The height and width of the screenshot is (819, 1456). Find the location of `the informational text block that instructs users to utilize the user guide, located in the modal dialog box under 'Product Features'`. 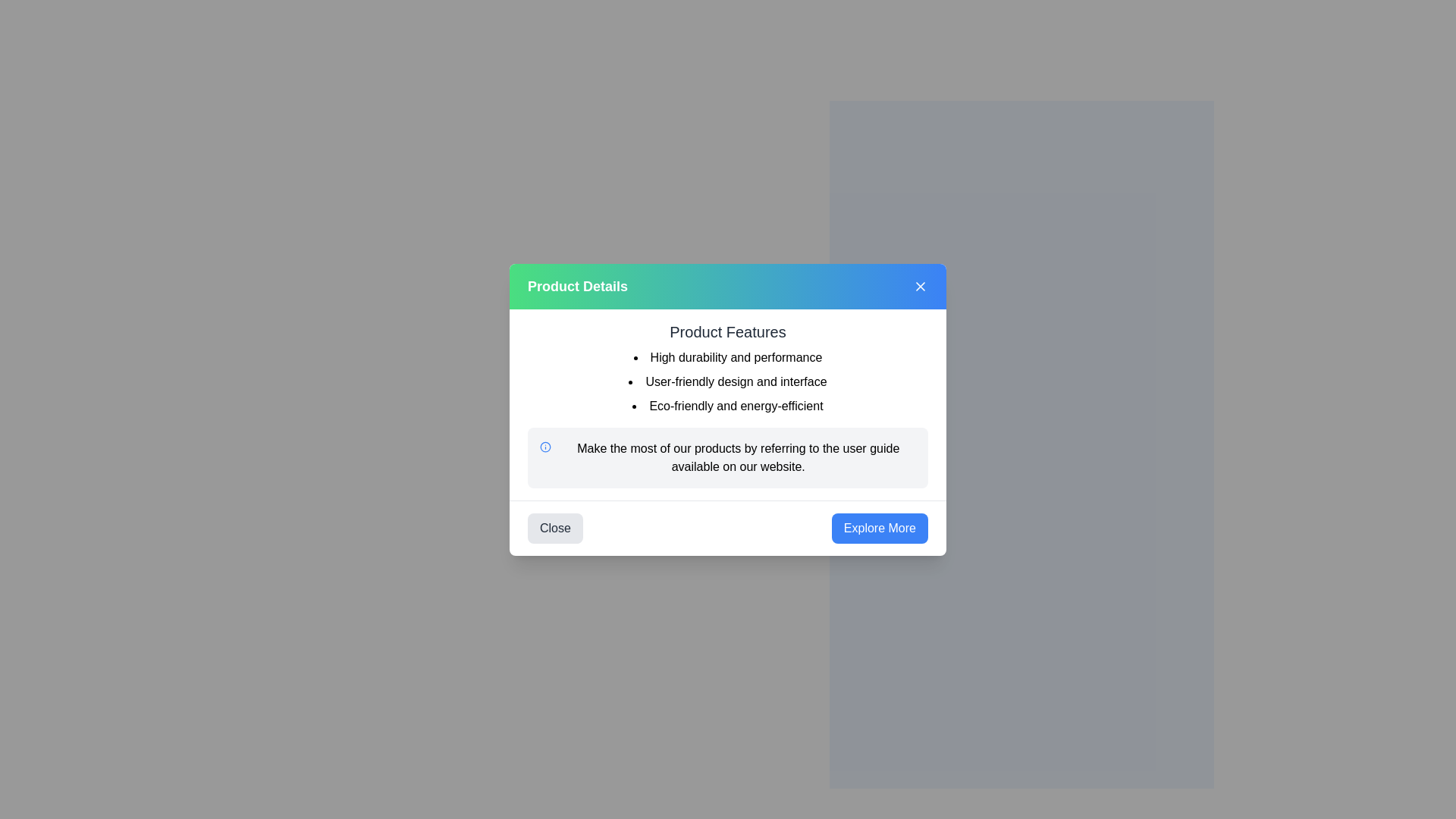

the informational text block that instructs users to utilize the user guide, located in the modal dialog box under 'Product Features' is located at coordinates (738, 457).